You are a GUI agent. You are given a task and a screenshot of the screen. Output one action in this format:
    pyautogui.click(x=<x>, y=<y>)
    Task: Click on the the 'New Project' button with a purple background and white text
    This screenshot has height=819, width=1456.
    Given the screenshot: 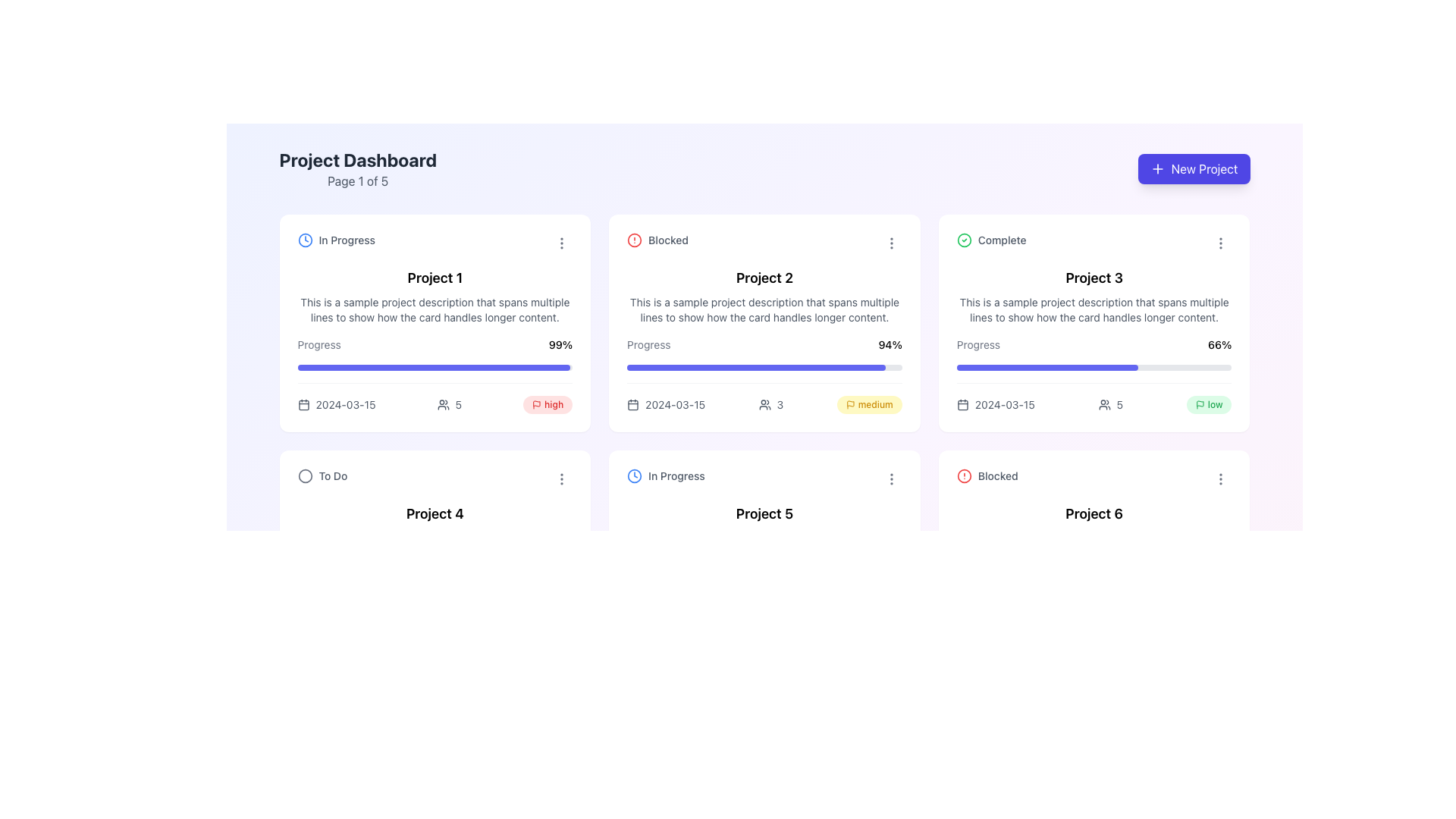 What is the action you would take?
    pyautogui.click(x=1193, y=169)
    